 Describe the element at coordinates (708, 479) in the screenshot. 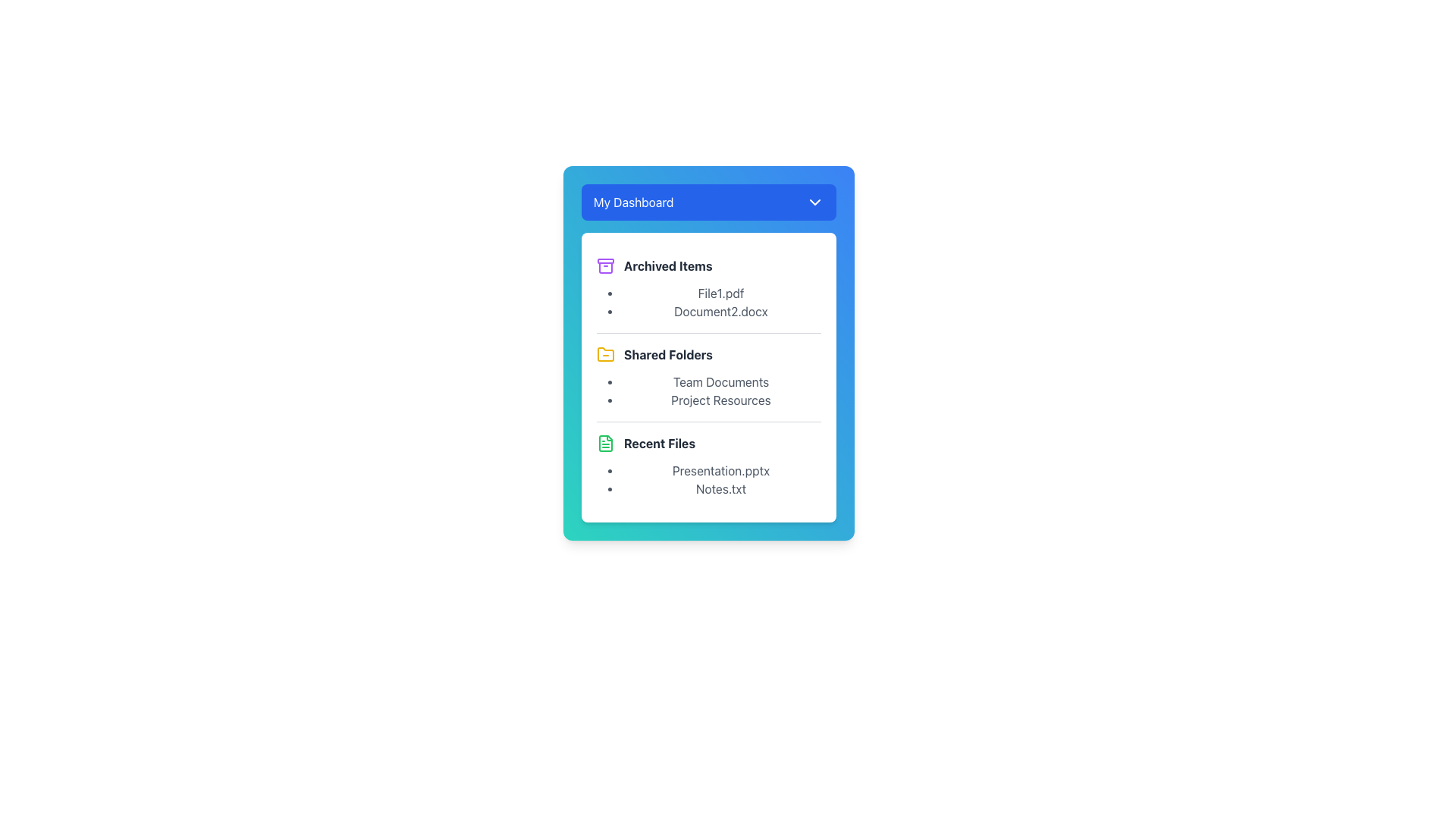

I see `the last list item displaying 'Notes.txt'` at that location.